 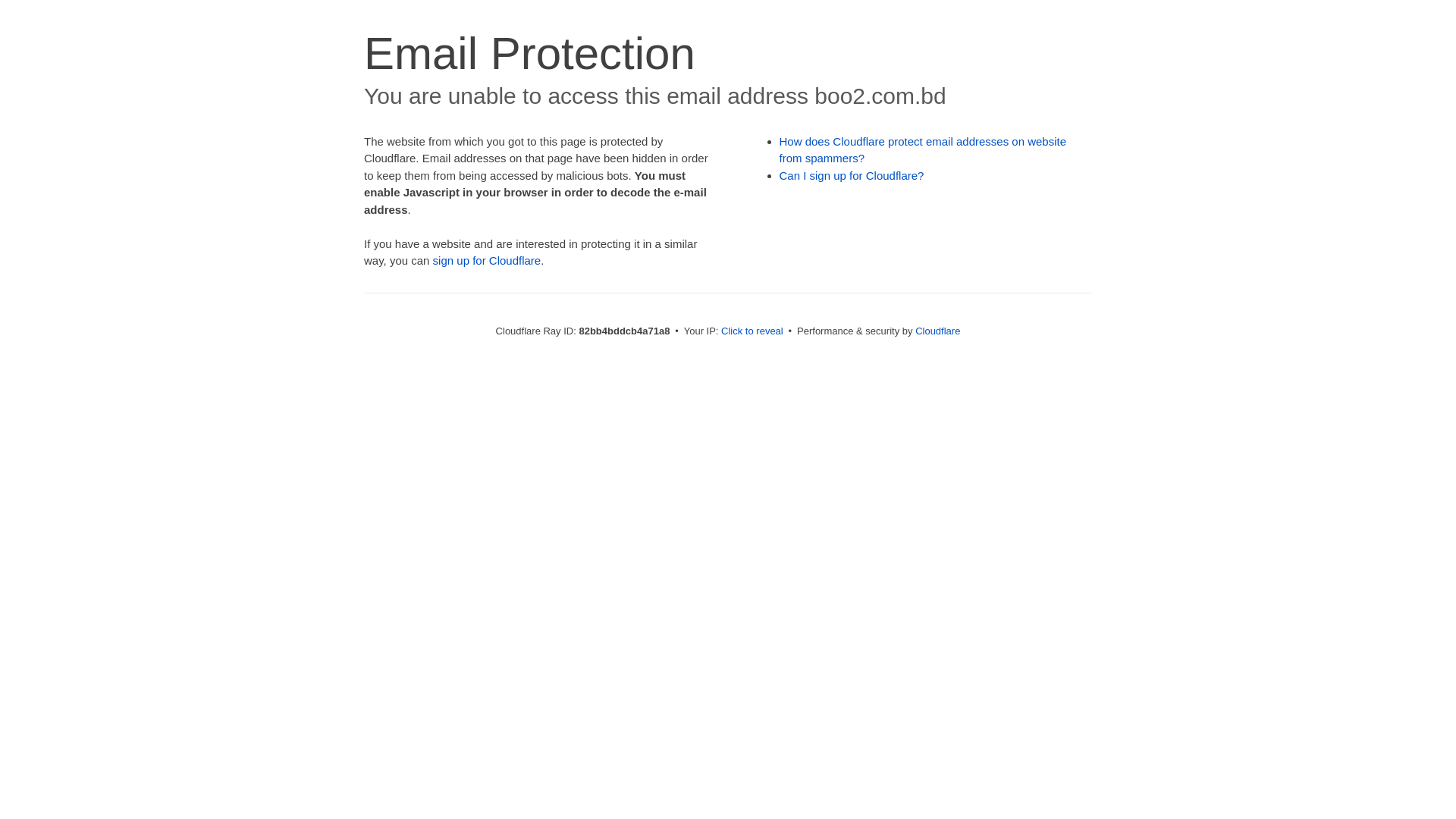 I want to click on 'Cloudflare', so click(x=937, y=330).